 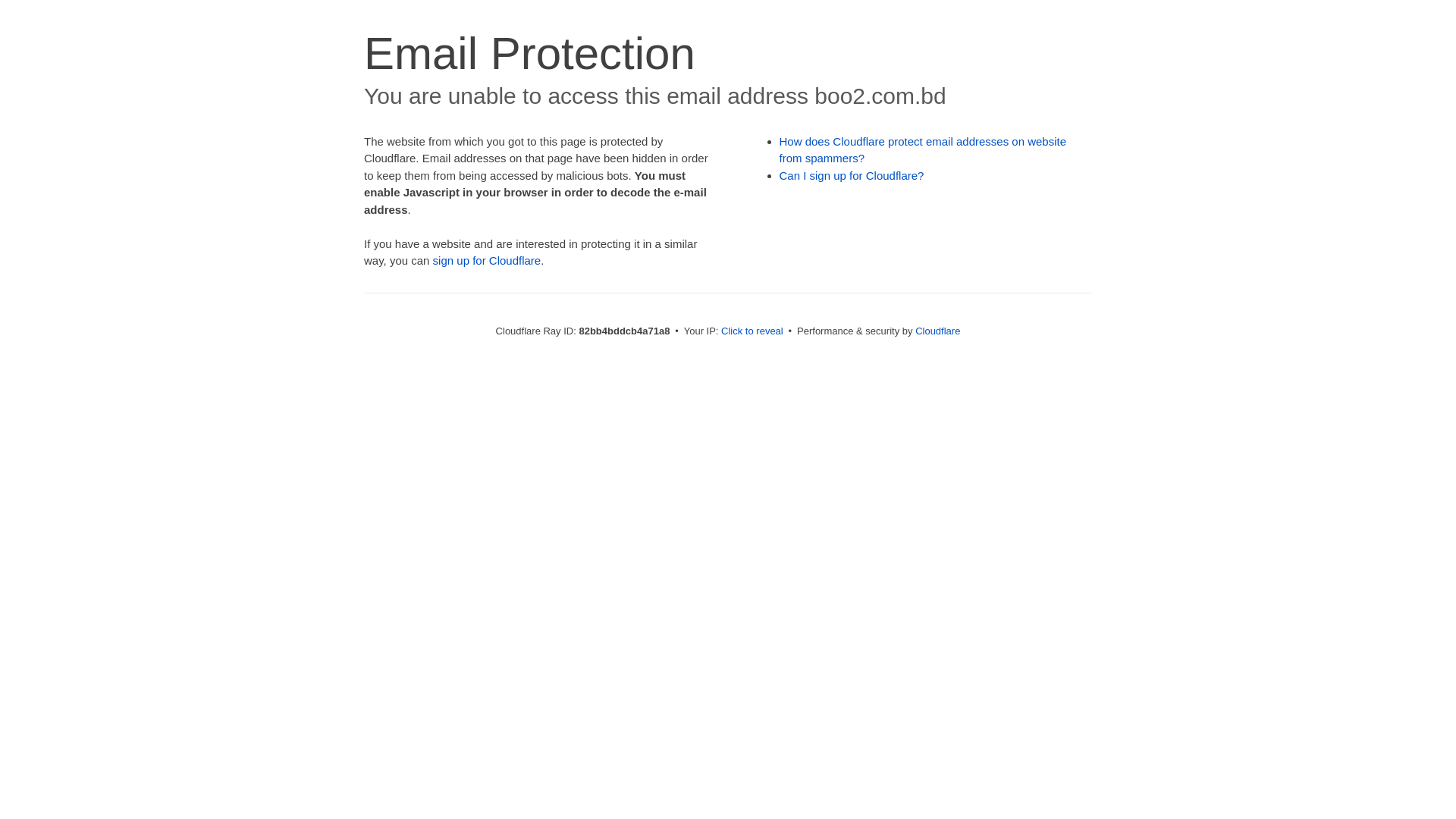 I want to click on 'Cloudflare', so click(x=937, y=330).